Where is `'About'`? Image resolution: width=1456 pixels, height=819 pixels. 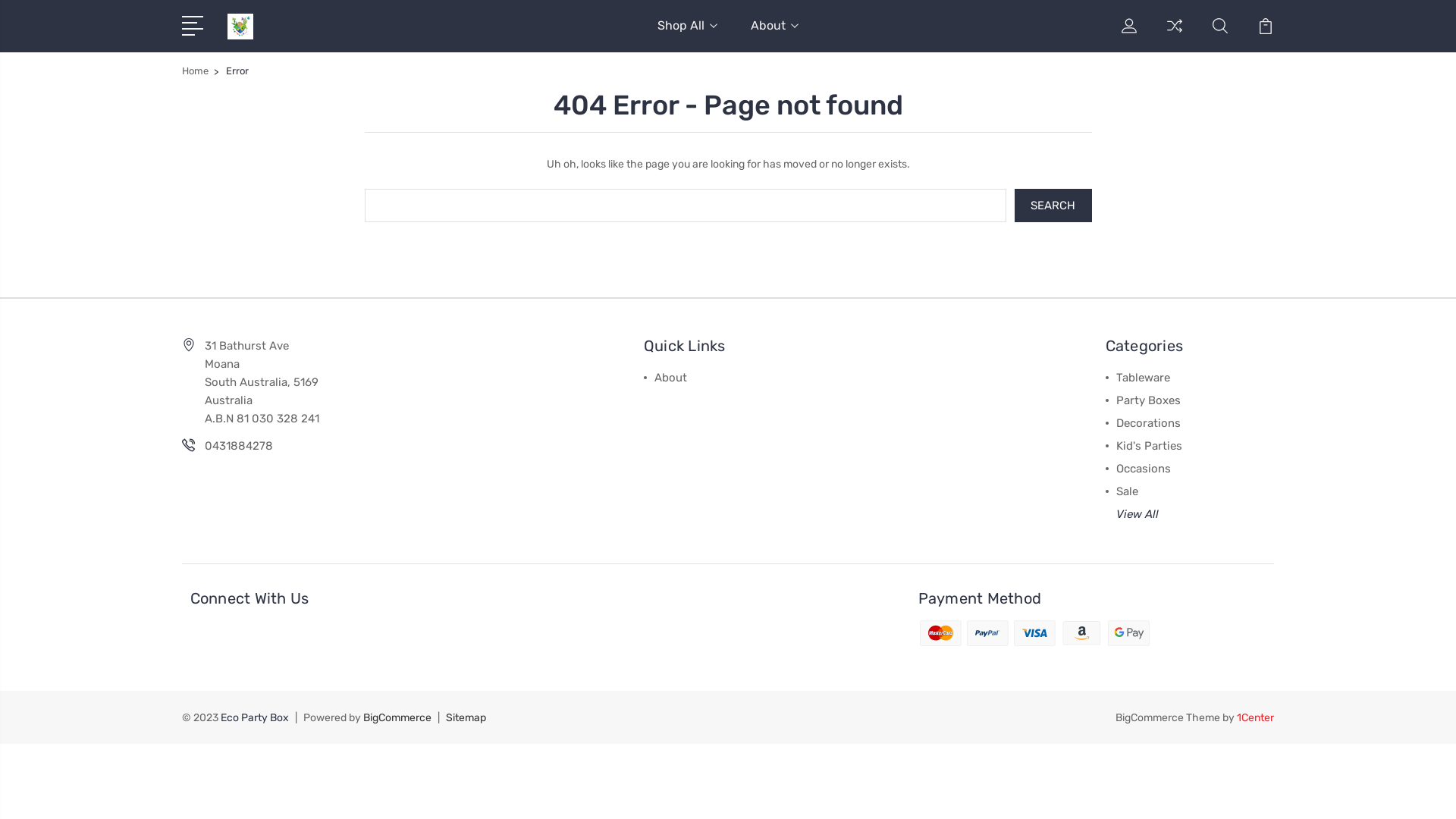
'About' is located at coordinates (774, 34).